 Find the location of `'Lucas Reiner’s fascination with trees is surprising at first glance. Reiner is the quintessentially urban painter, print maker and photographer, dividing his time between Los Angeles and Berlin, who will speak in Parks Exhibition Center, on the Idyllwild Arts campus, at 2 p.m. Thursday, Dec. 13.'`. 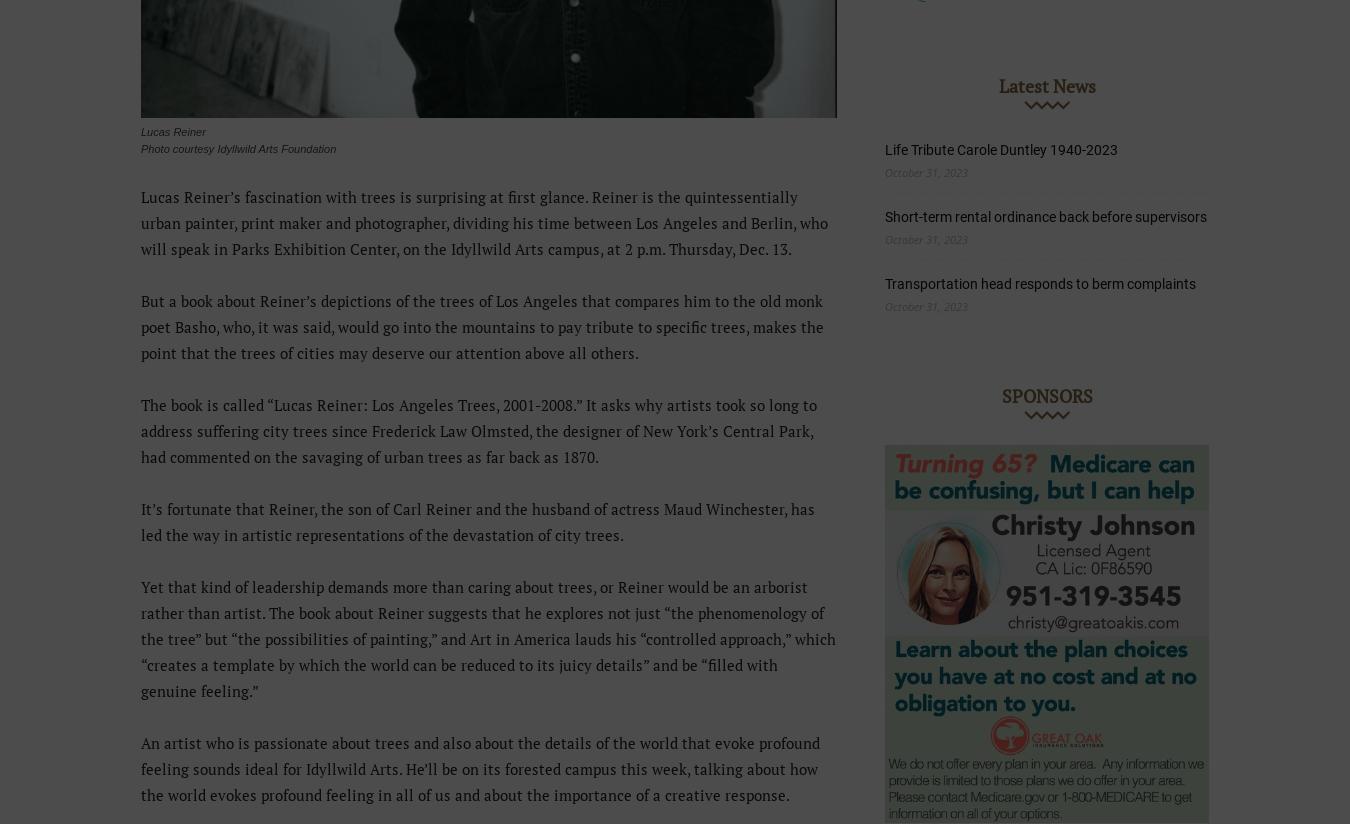

'Lucas Reiner’s fascination with trees is surprising at first glance. Reiner is the quintessentially urban painter, print maker and photographer, dividing his time between Los Angeles and Berlin, who will speak in Parks Exhibition Center, on the Idyllwild Arts campus, at 2 p.m. Thursday, Dec. 13.' is located at coordinates (483, 221).